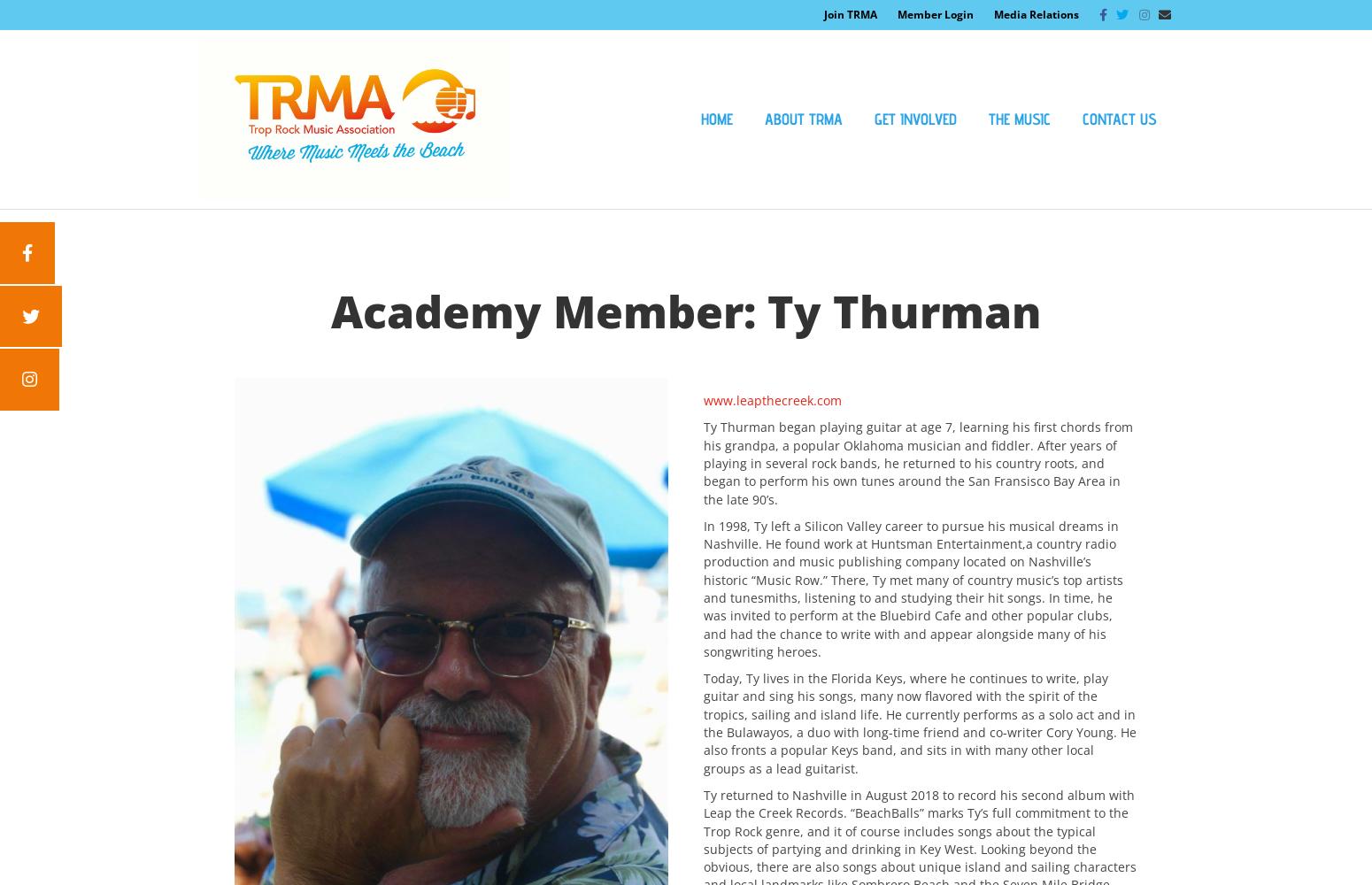 Image resolution: width=1372 pixels, height=885 pixels. I want to click on 'About TRMA', so click(803, 119).